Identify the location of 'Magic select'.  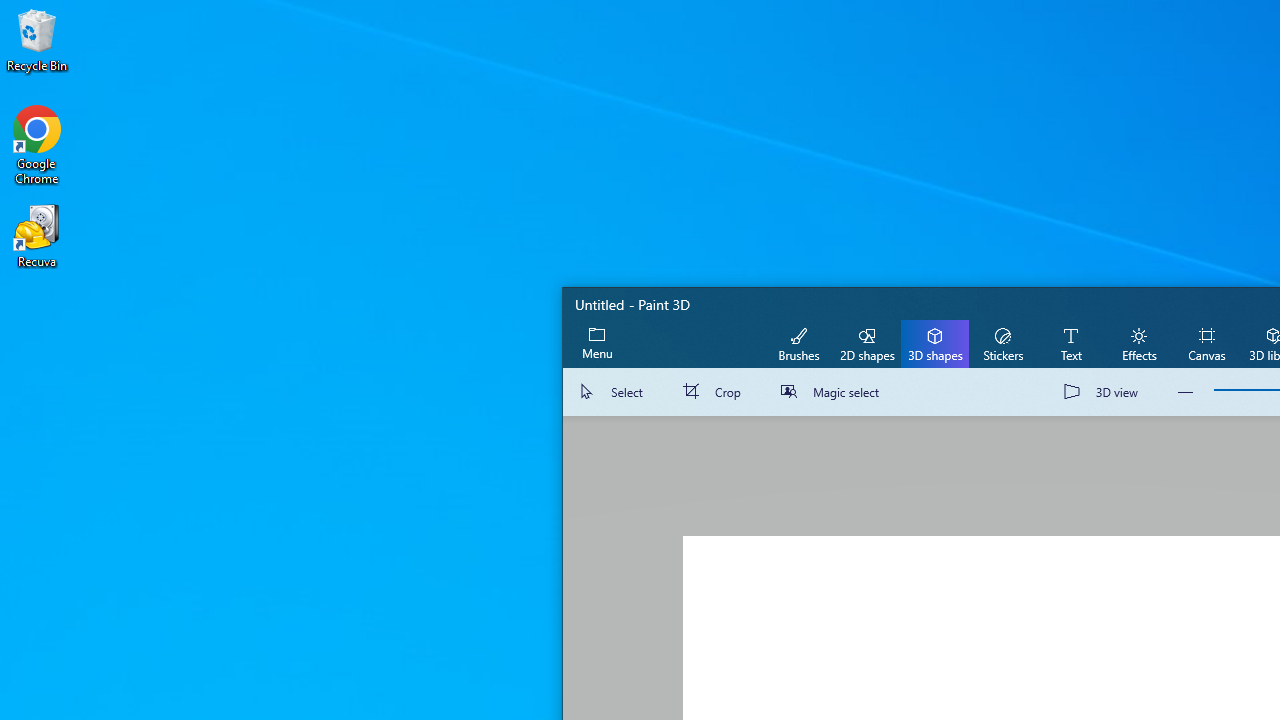
(833, 392).